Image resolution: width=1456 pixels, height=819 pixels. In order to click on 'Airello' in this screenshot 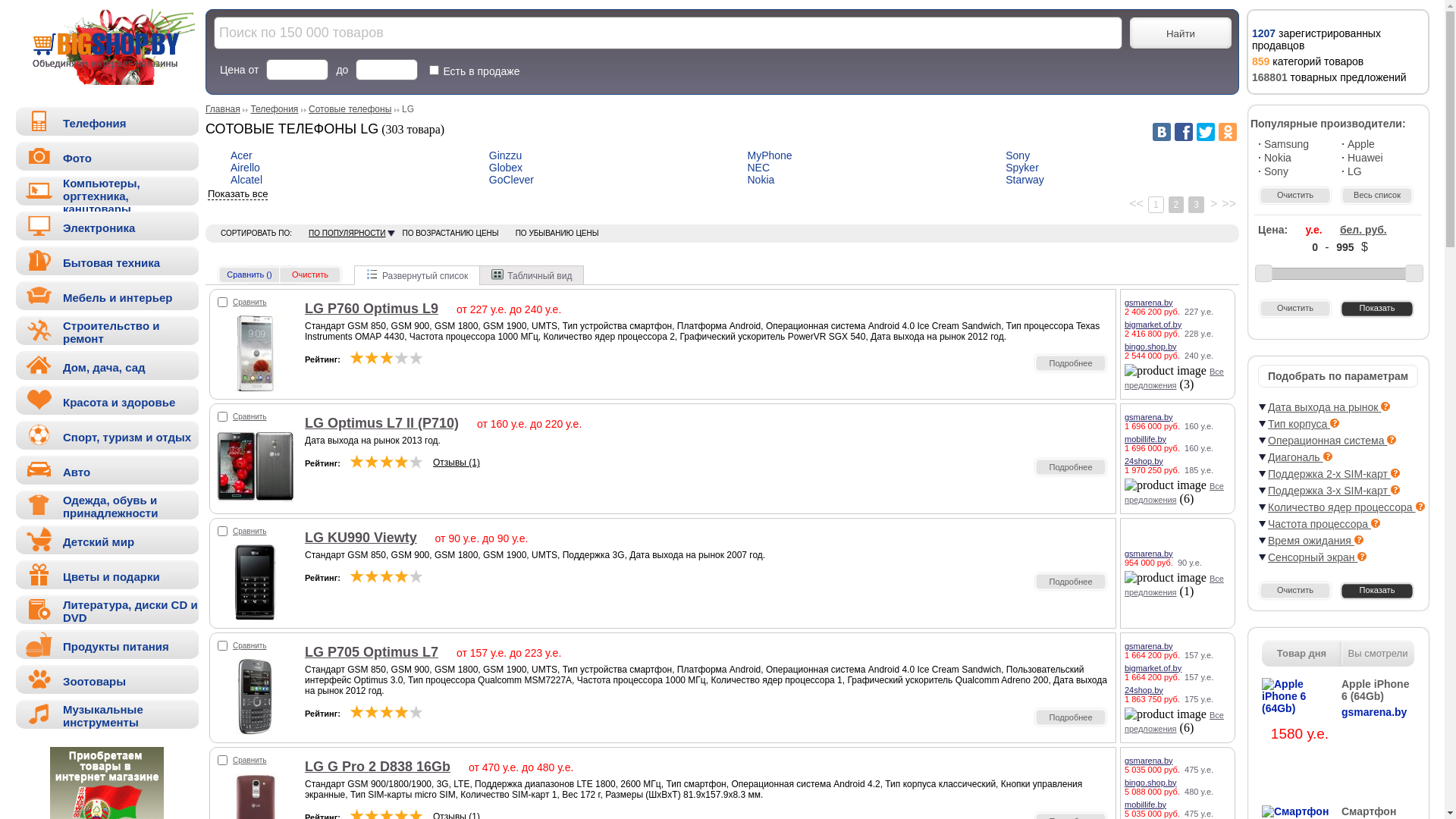, I will do `click(245, 167)`.